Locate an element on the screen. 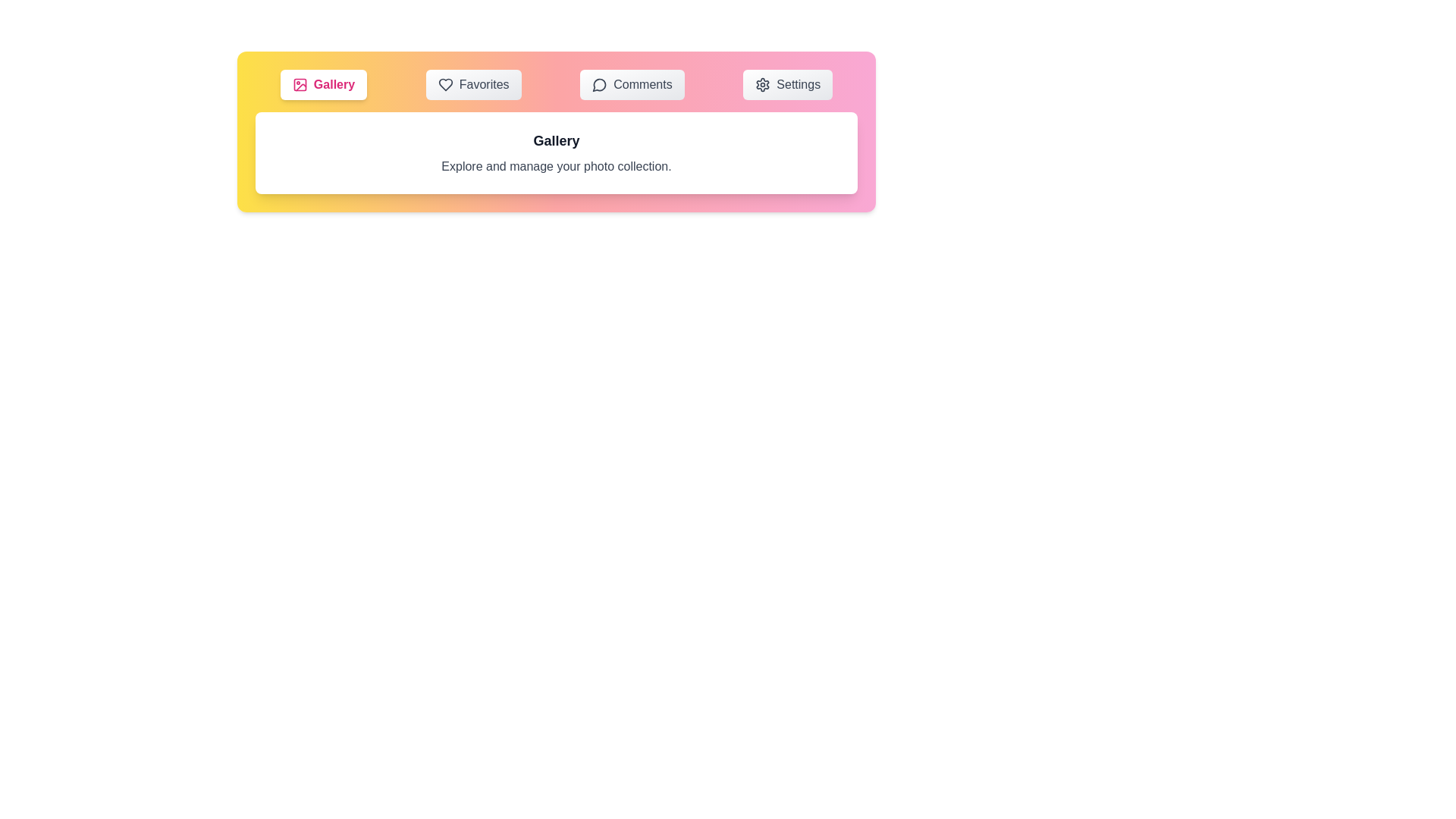  the Settings tab is located at coordinates (788, 84).